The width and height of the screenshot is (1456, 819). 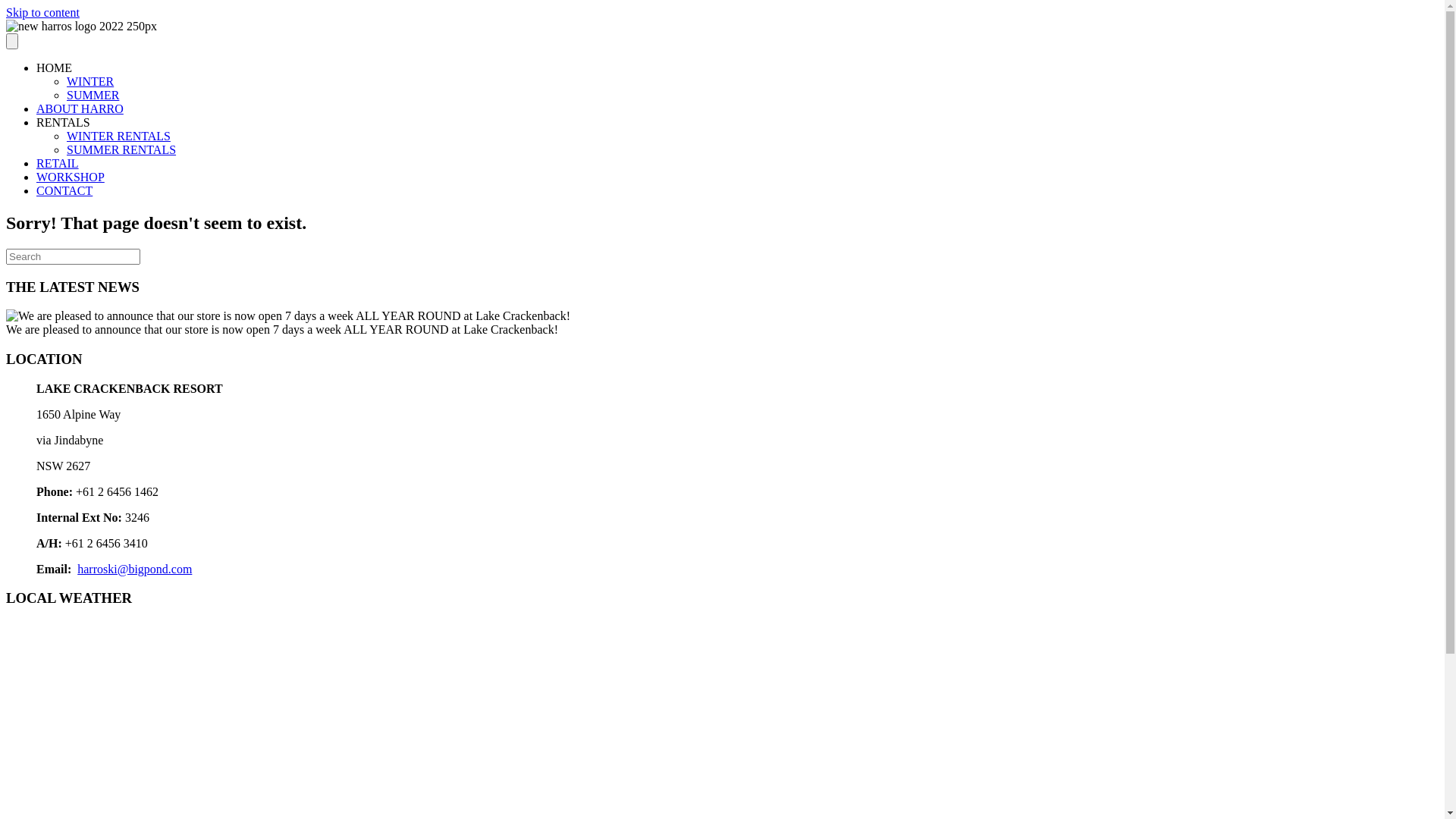 What do you see at coordinates (118, 135) in the screenshot?
I see `'WINTER RENTALS'` at bounding box center [118, 135].